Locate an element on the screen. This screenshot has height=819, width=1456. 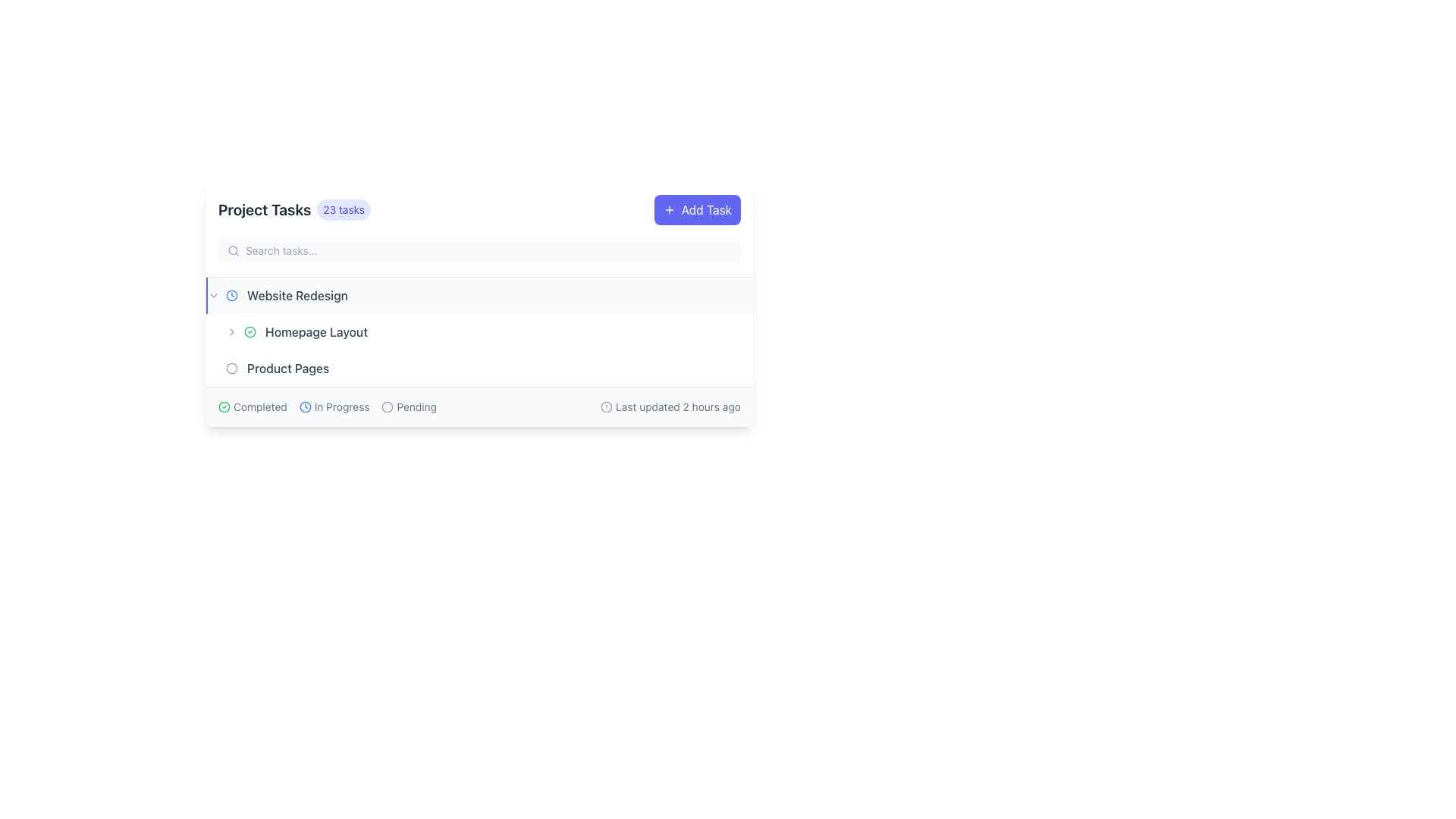
the task entry located below 'Homepage Layout' within the 'Project Tasks' section is located at coordinates (479, 369).